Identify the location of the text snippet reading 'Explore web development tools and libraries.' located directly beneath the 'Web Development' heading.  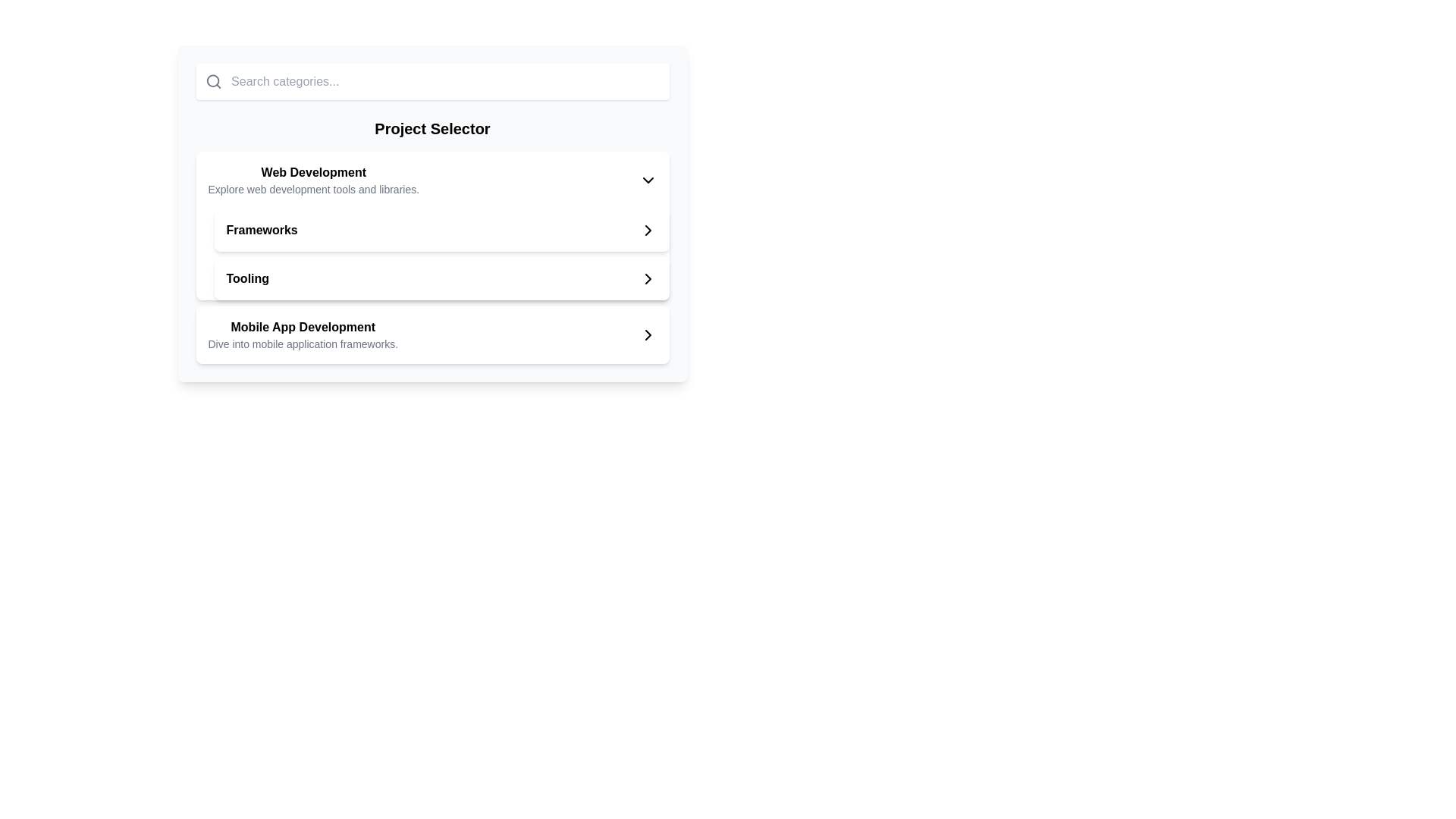
(312, 189).